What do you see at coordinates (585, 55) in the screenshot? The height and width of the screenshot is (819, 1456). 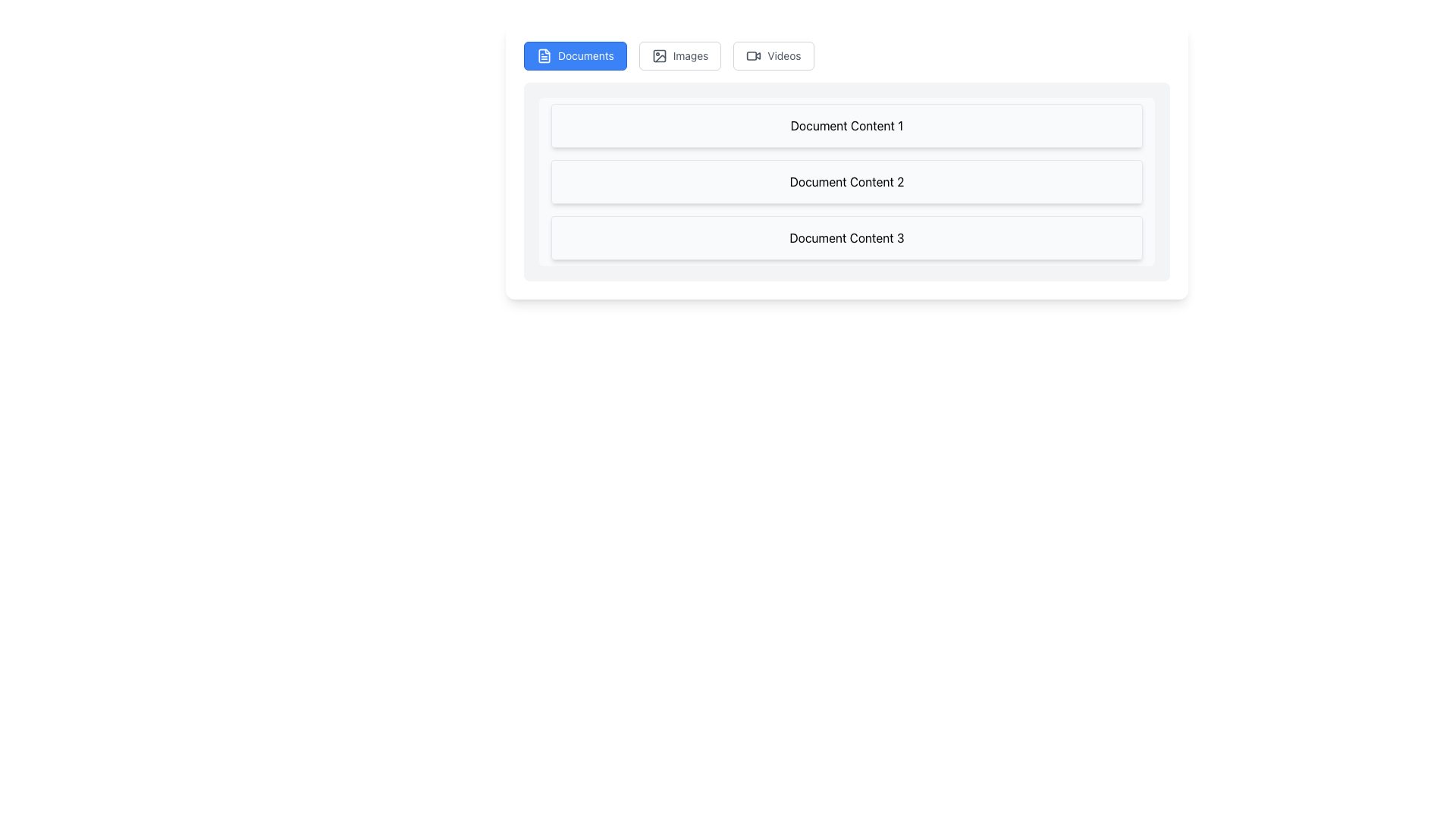 I see `the 'Documents' text label, which is part of a rounded rectangular button with a blue background, located near the upper-left region of the interface` at bounding box center [585, 55].